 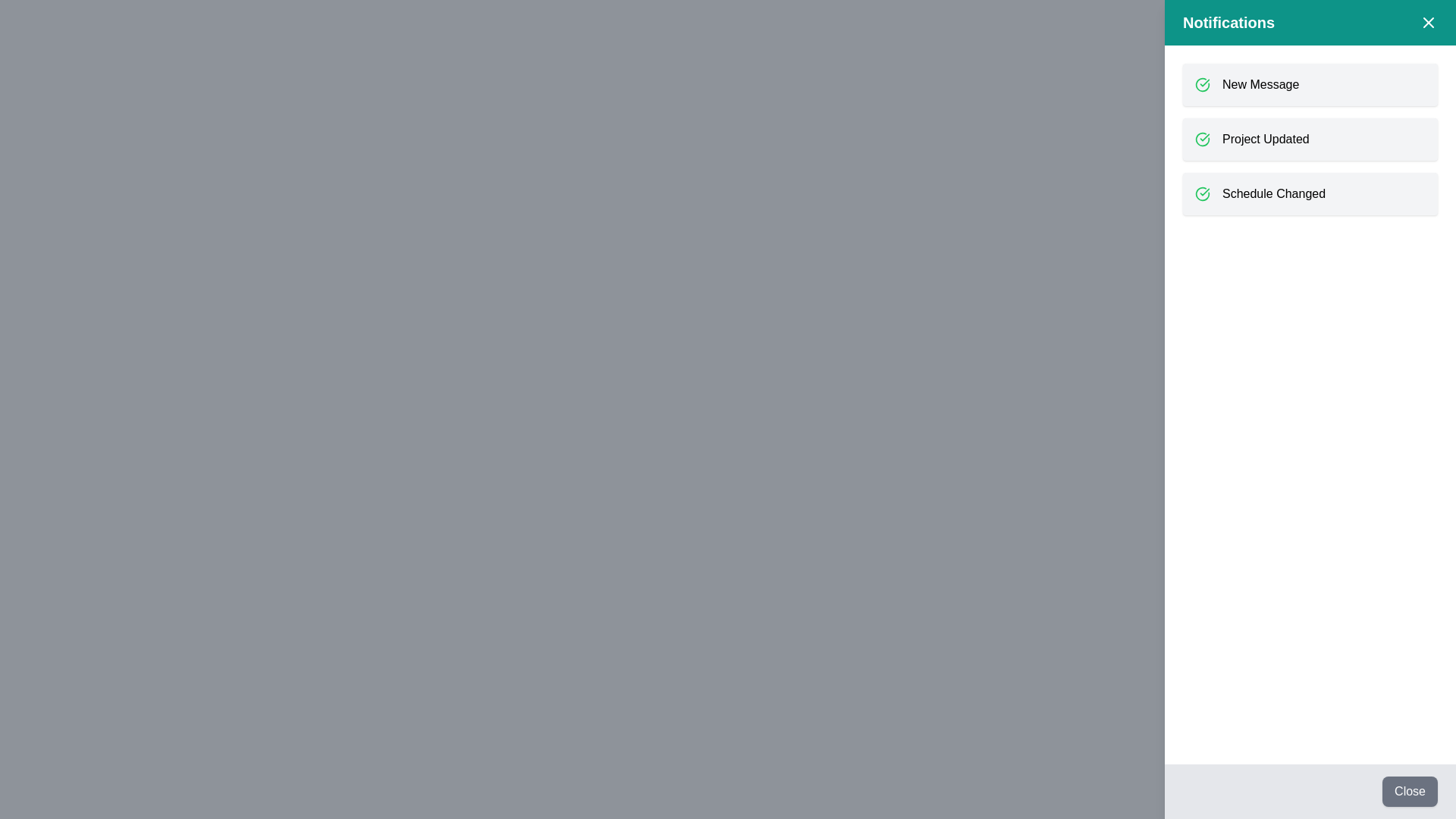 What do you see at coordinates (1201, 193) in the screenshot?
I see `the green checkmark icon enclosed in a circular outline, which is located to the left of the text 'Schedule Changed'` at bounding box center [1201, 193].